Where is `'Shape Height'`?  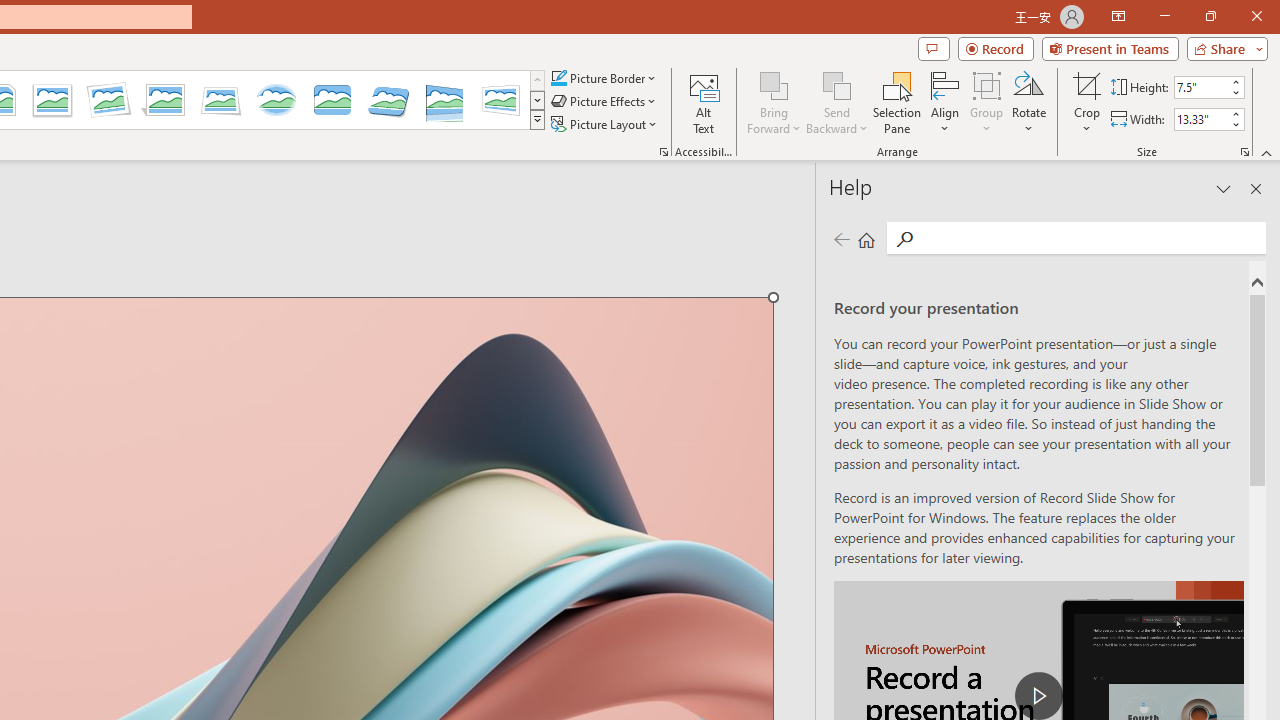
'Shape Height' is located at coordinates (1200, 86).